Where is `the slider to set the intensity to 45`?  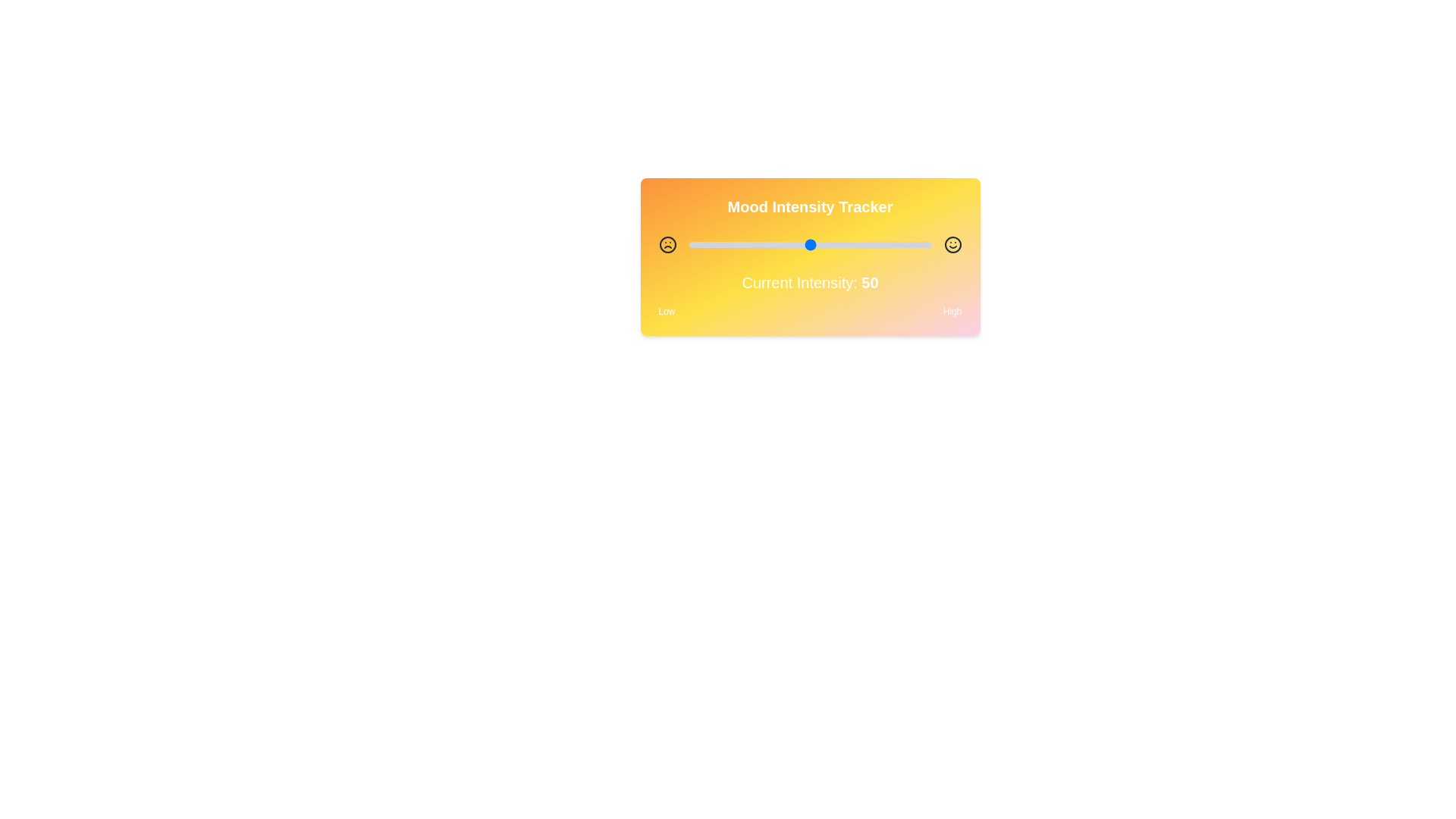 the slider to set the intensity to 45 is located at coordinates (797, 244).